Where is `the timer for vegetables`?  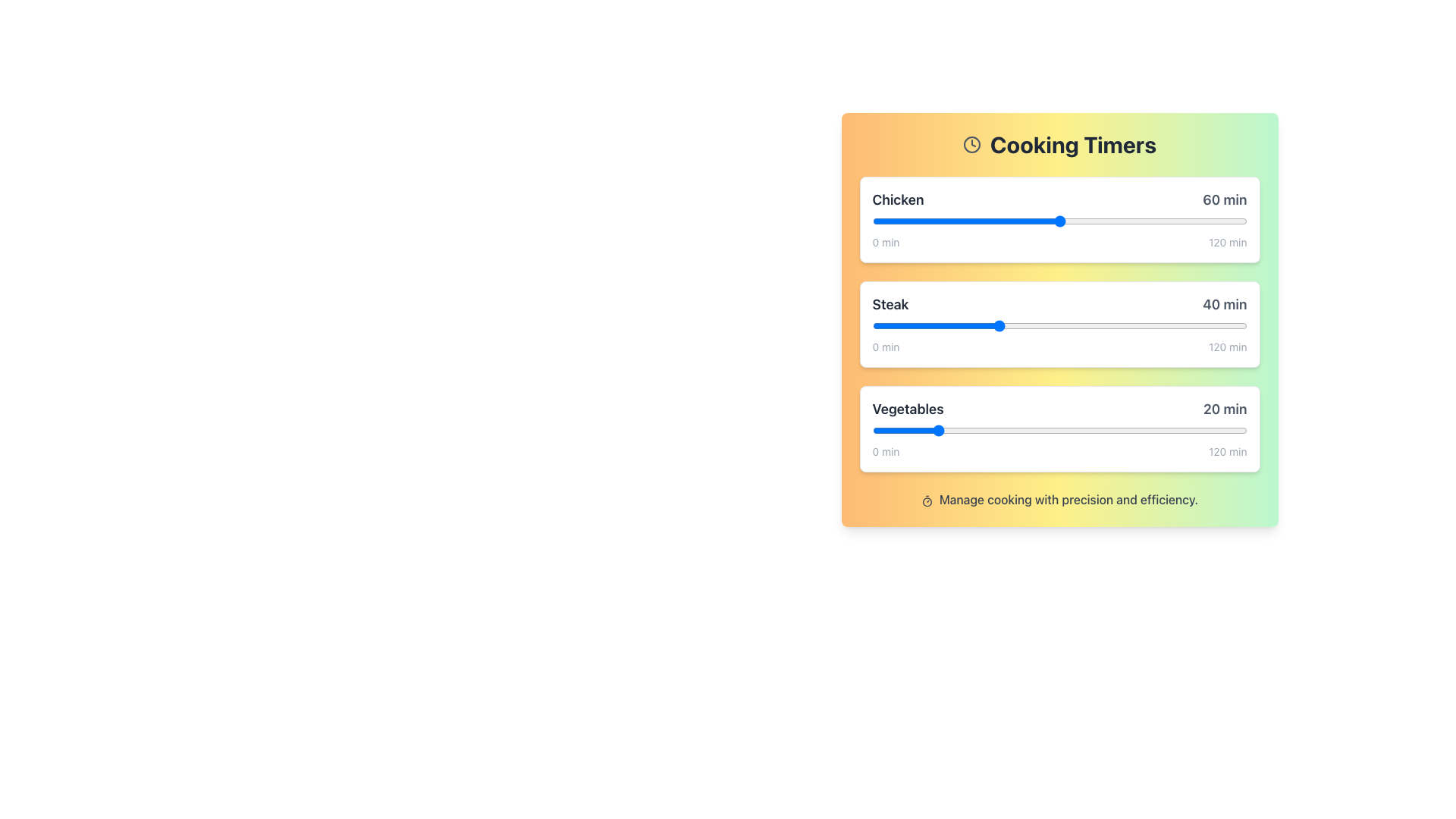
the timer for vegetables is located at coordinates (1071, 430).